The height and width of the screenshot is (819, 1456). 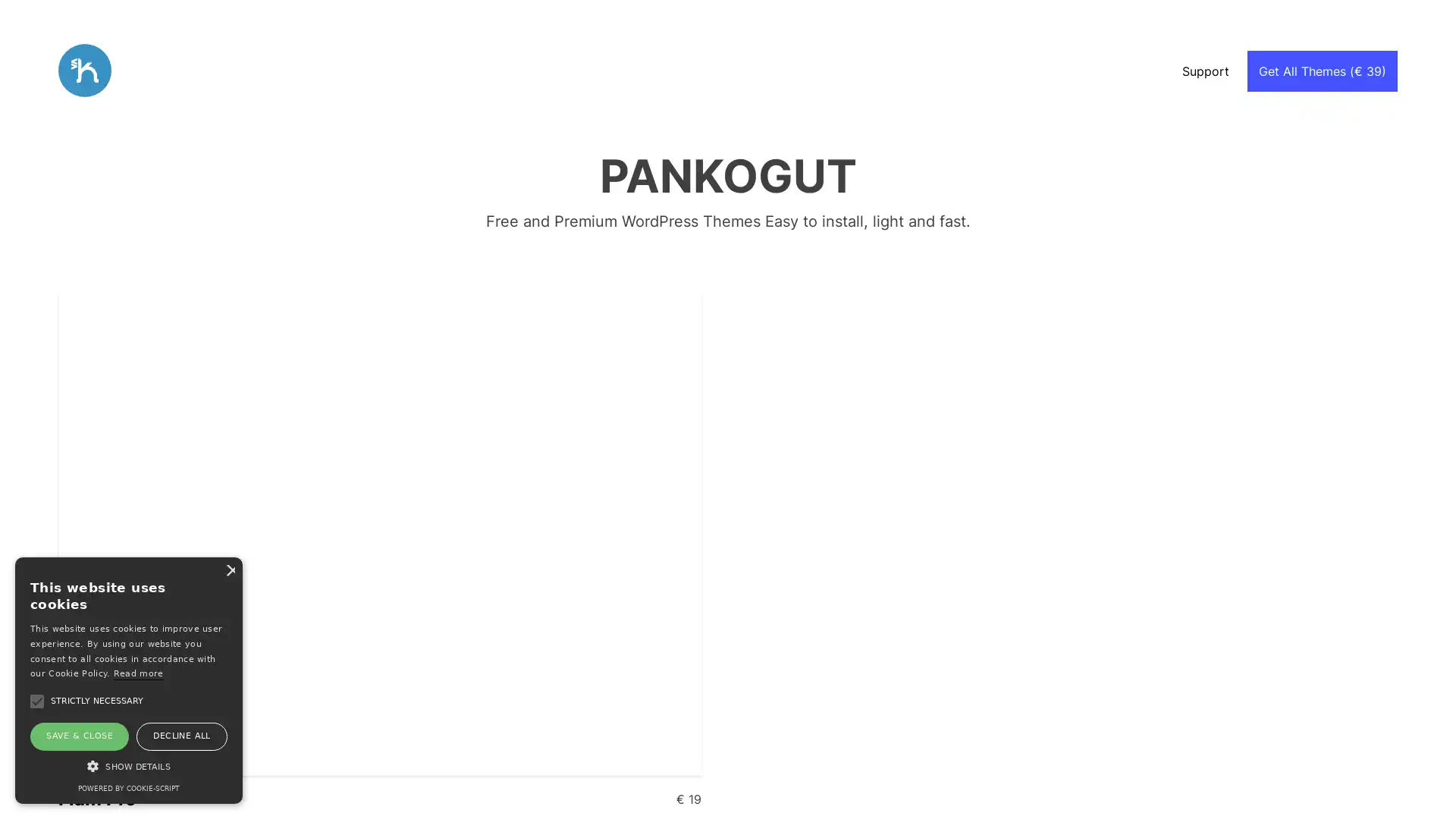 What do you see at coordinates (228, 570) in the screenshot?
I see `Close` at bounding box center [228, 570].